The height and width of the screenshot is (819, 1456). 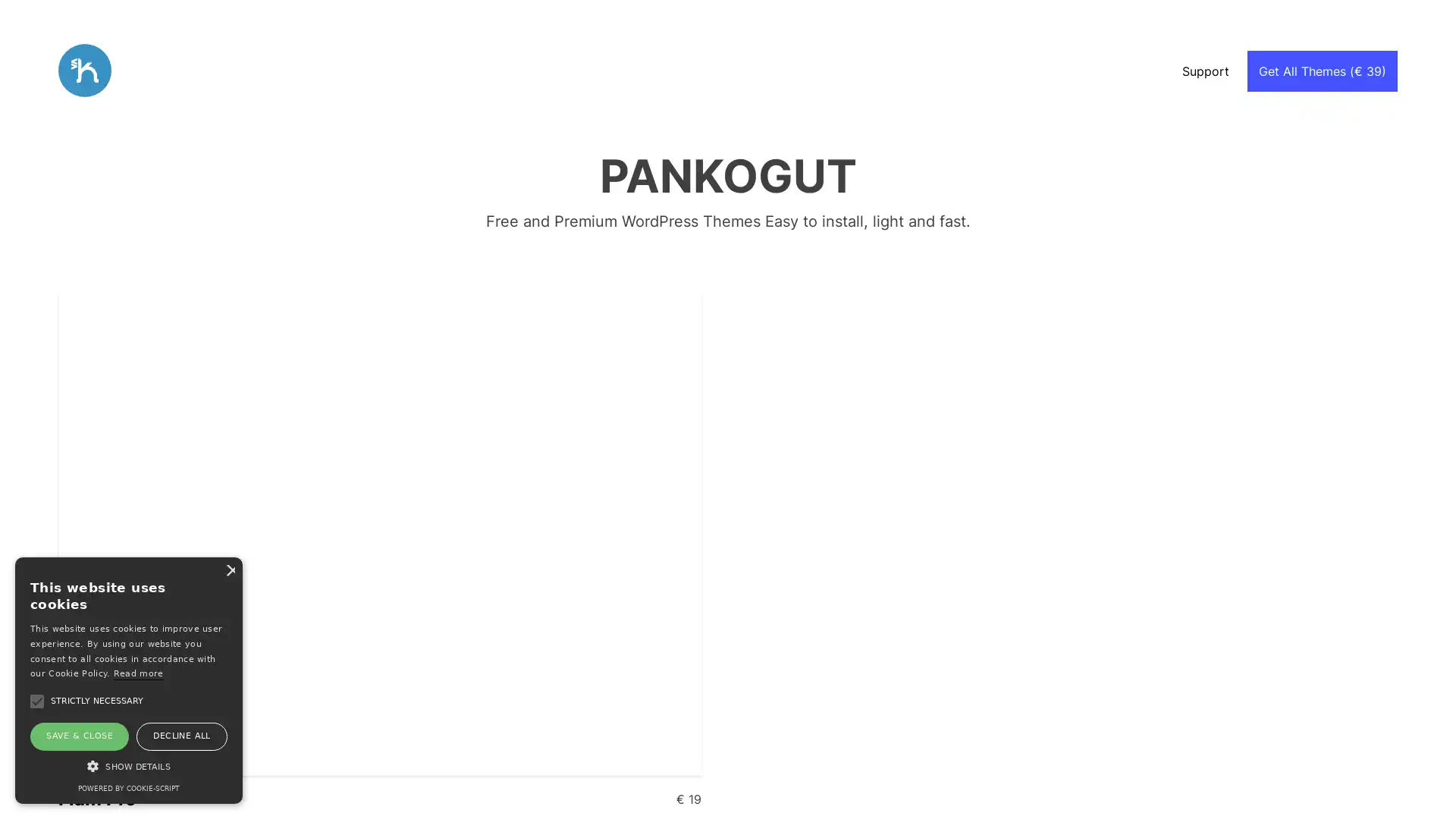 What do you see at coordinates (228, 570) in the screenshot?
I see `Close` at bounding box center [228, 570].